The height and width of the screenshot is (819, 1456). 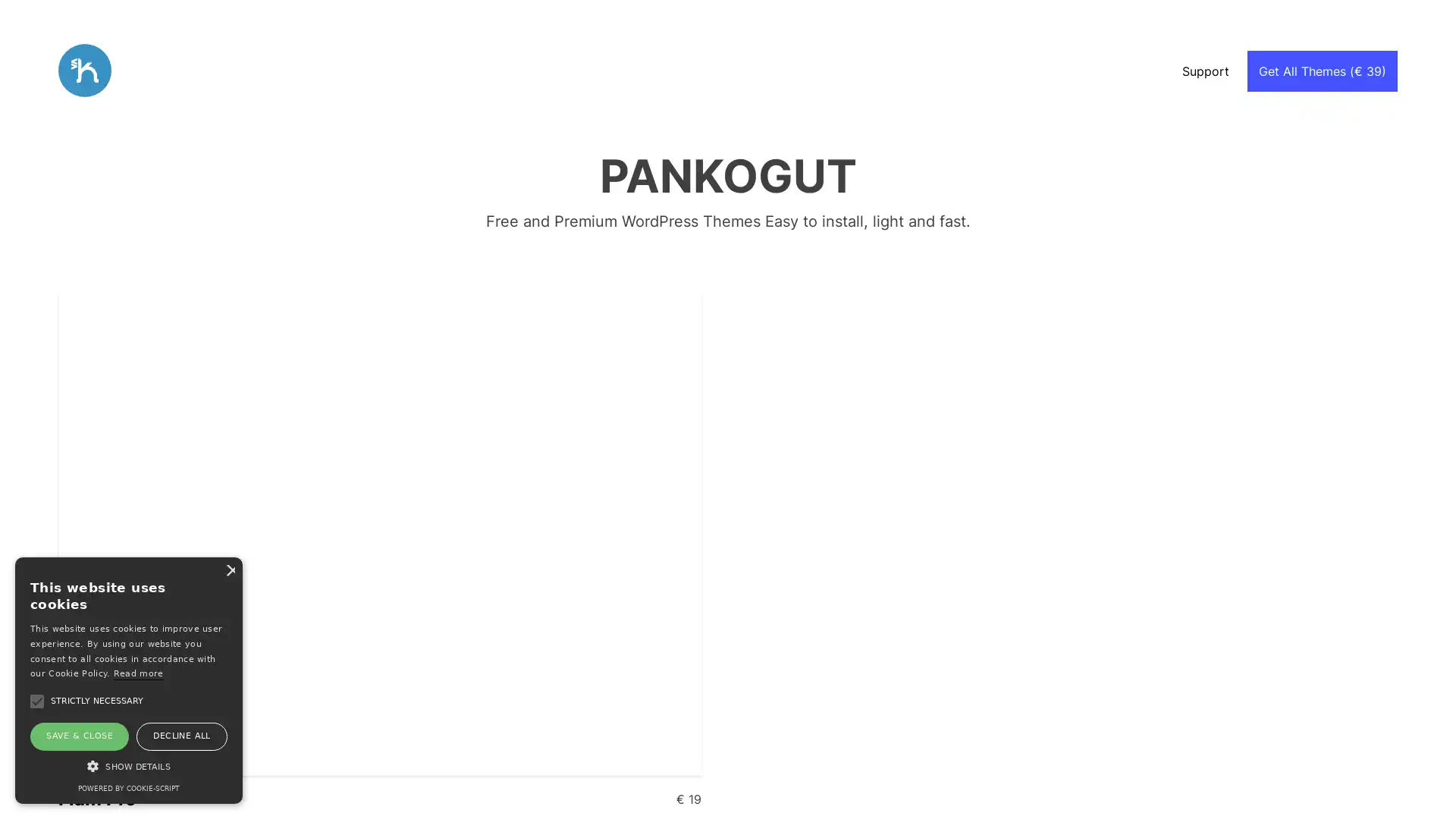 What do you see at coordinates (228, 570) in the screenshot?
I see `Close` at bounding box center [228, 570].